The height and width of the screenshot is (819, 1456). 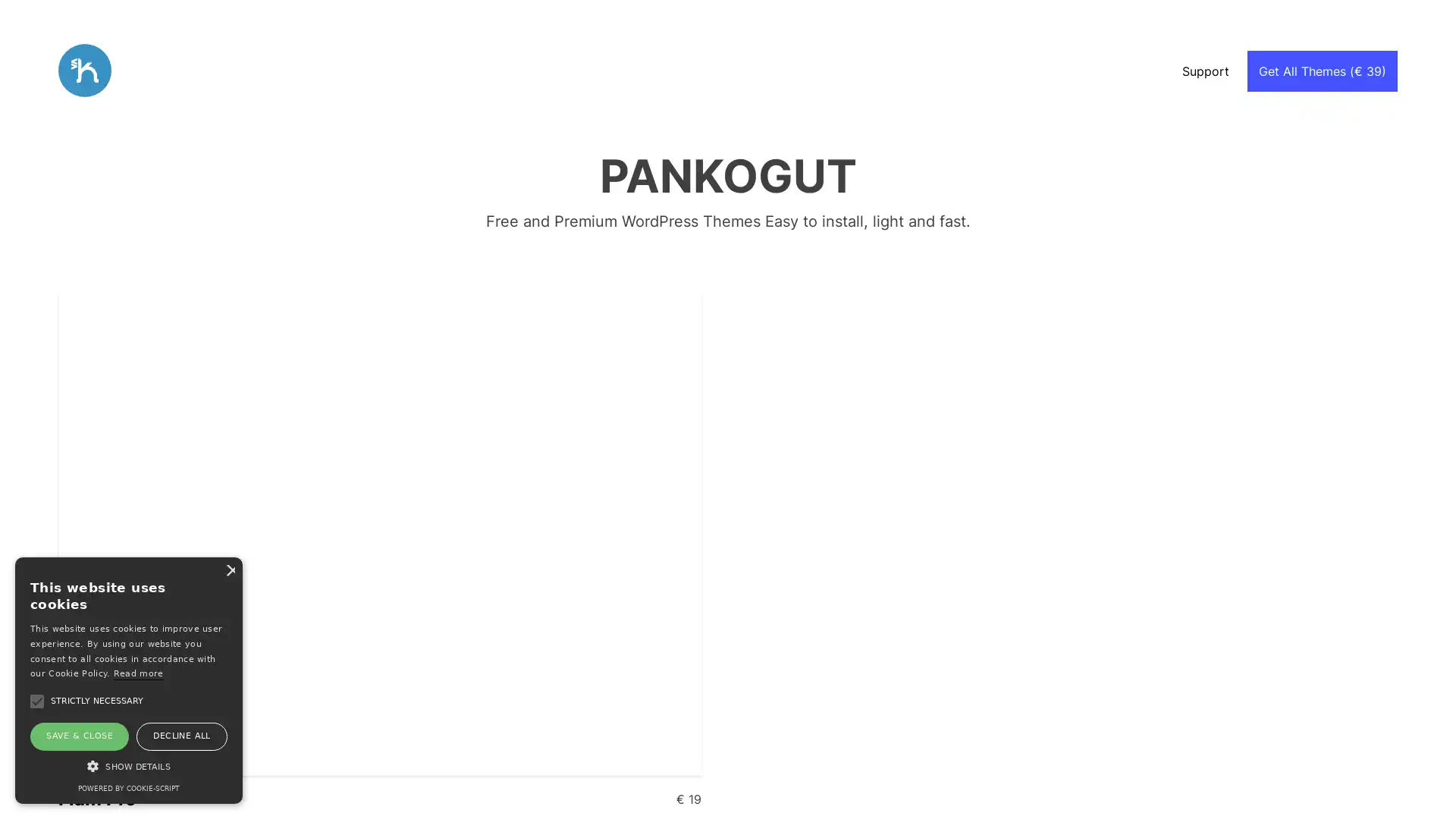 What do you see at coordinates (228, 570) in the screenshot?
I see `Close` at bounding box center [228, 570].